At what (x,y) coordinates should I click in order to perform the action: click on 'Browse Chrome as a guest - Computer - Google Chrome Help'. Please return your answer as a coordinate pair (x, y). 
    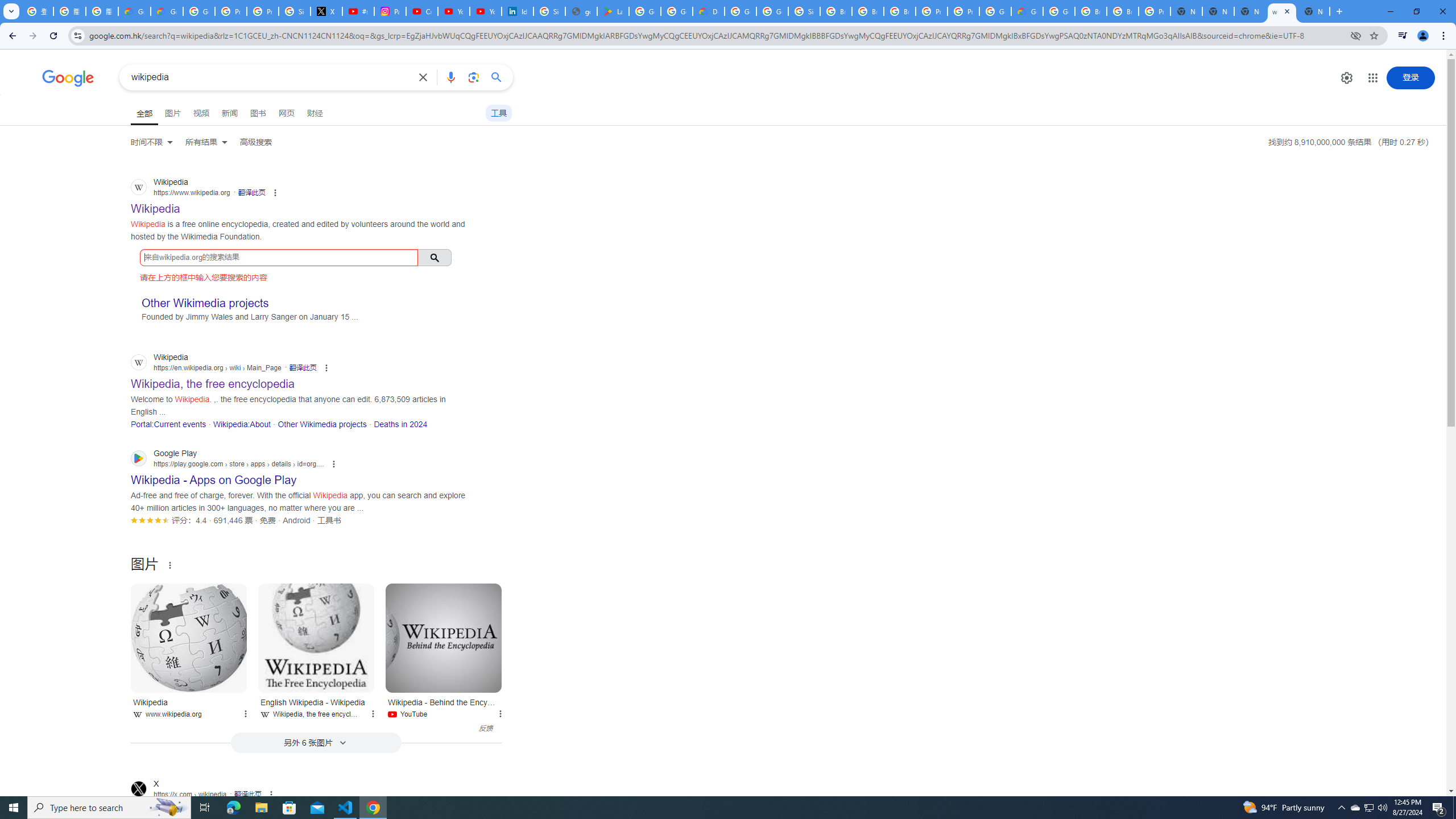
    Looking at the image, I should click on (1090, 11).